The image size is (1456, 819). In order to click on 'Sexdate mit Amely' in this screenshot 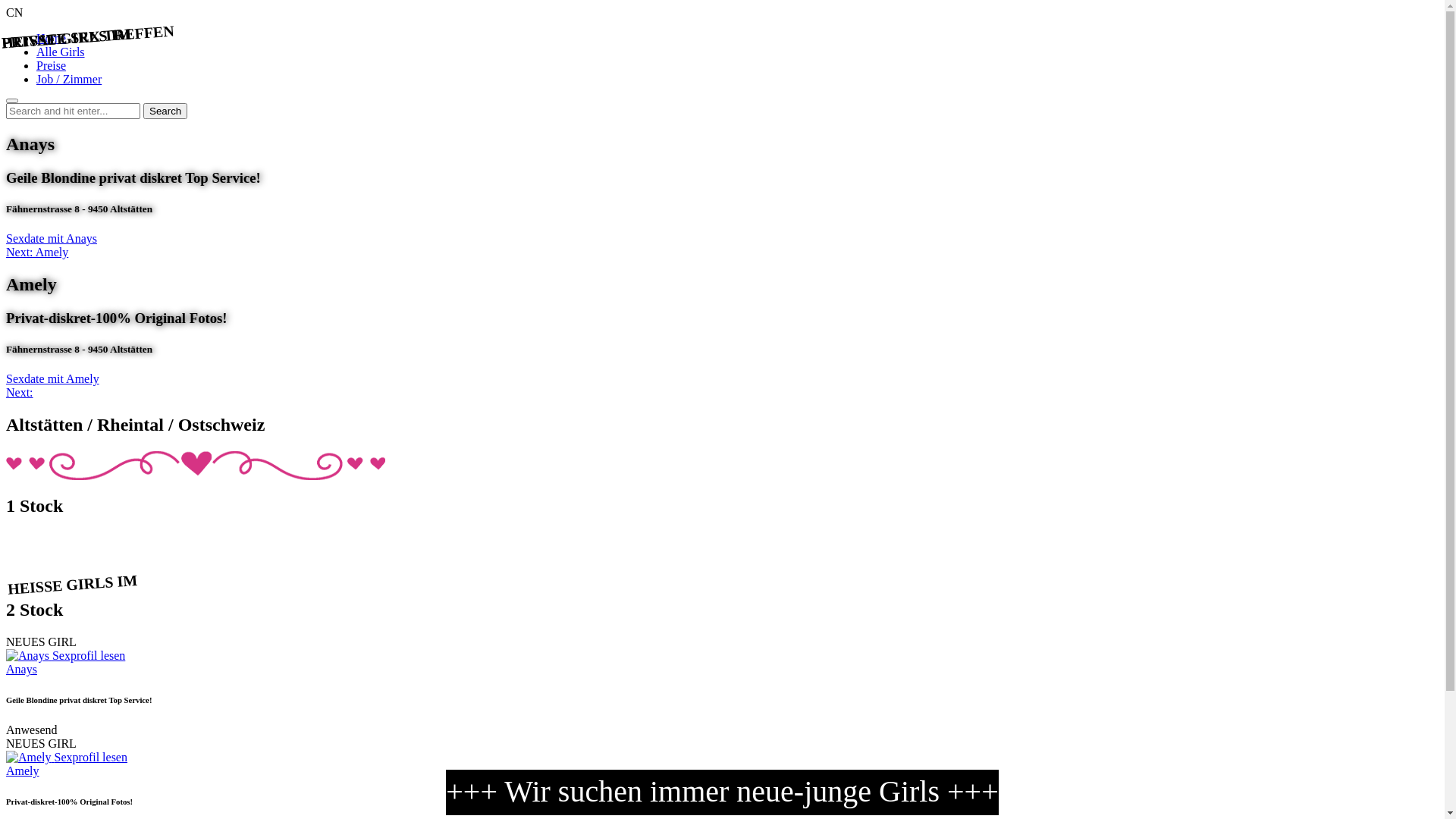, I will do `click(6, 378)`.